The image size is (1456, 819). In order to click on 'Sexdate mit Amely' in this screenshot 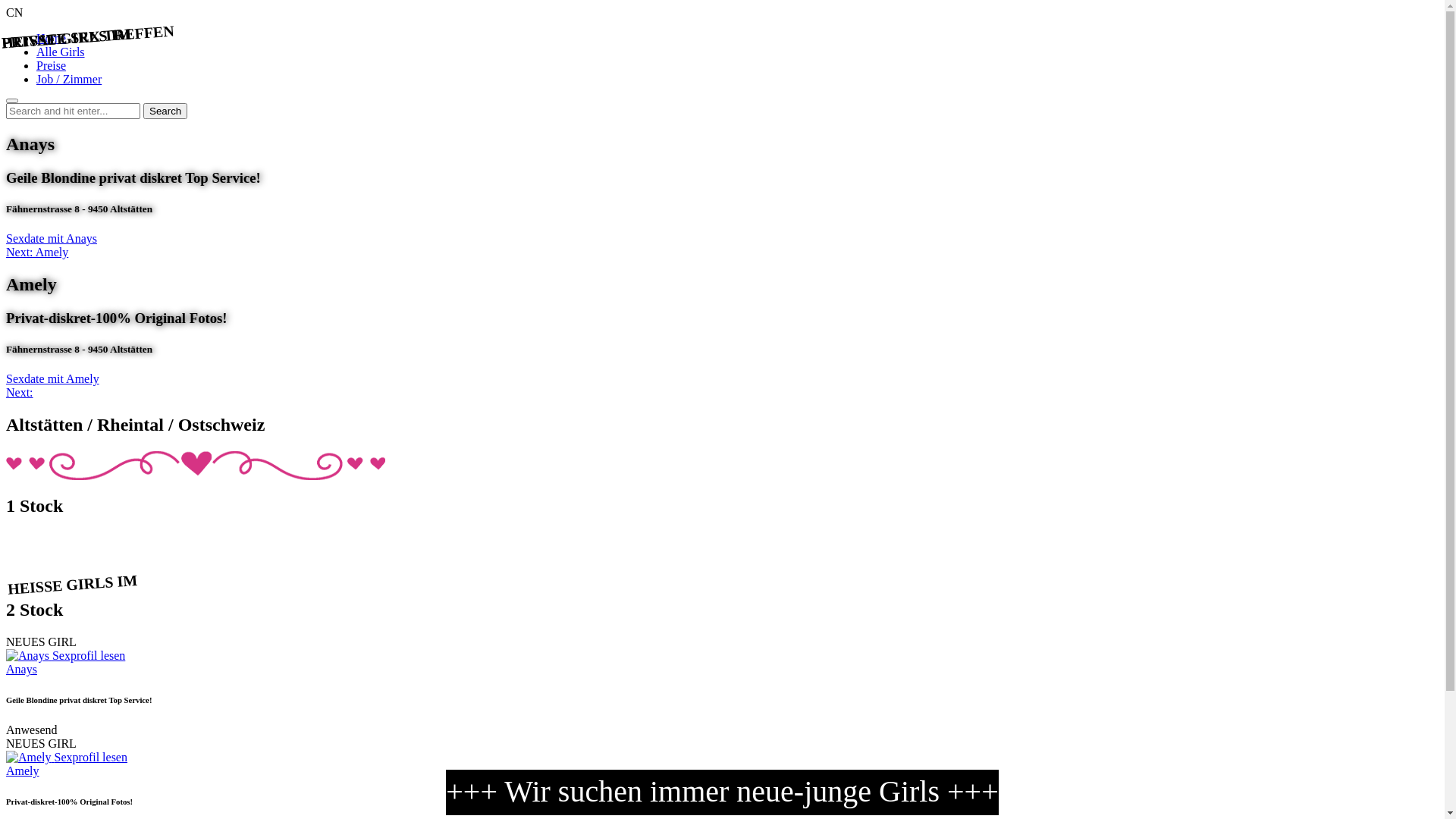, I will do `click(6, 378)`.